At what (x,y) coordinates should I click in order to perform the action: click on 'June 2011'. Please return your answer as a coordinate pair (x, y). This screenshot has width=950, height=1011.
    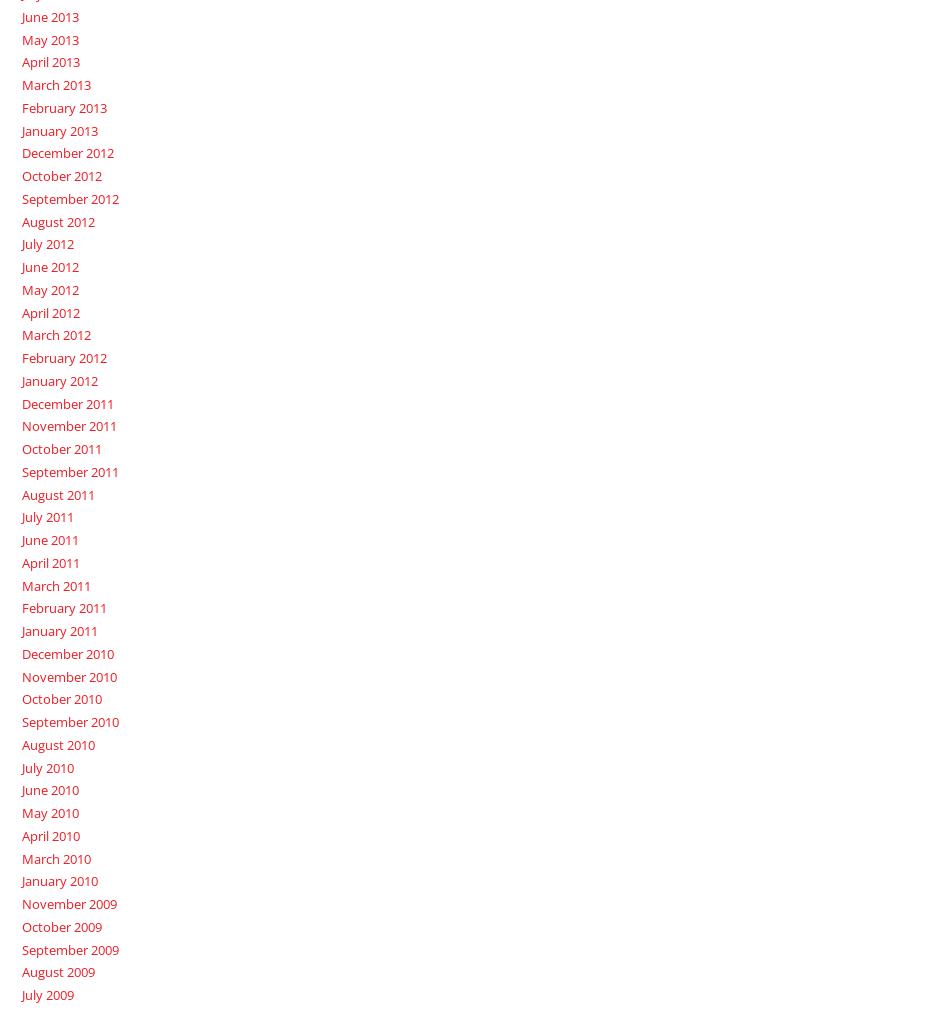
    Looking at the image, I should click on (49, 539).